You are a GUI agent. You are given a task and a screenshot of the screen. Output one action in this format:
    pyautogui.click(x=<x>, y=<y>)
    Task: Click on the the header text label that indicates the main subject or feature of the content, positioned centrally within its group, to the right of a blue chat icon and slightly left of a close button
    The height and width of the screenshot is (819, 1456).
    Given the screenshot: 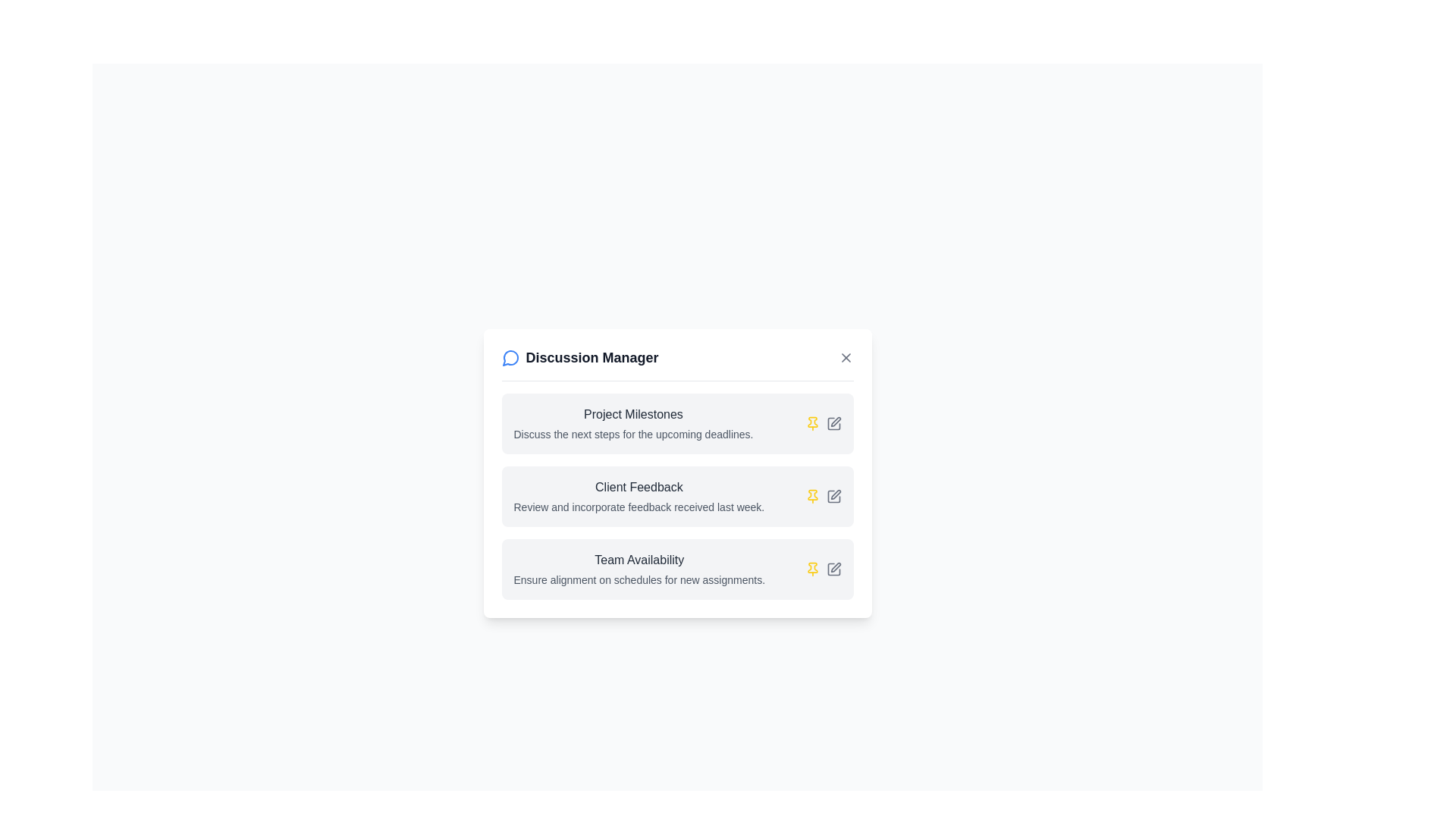 What is the action you would take?
    pyautogui.click(x=591, y=357)
    